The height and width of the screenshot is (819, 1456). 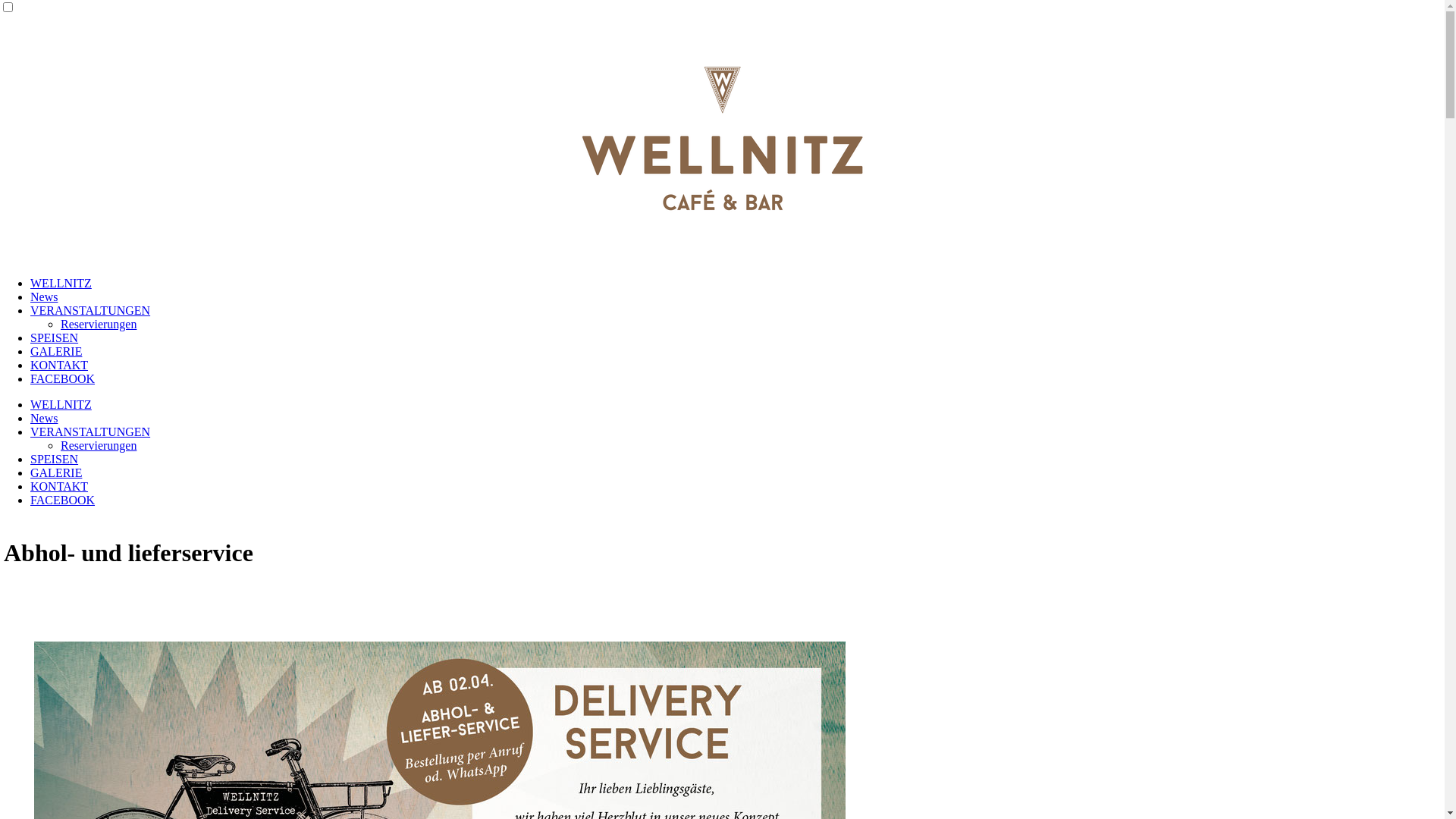 What do you see at coordinates (54, 458) in the screenshot?
I see `'SPEISEN'` at bounding box center [54, 458].